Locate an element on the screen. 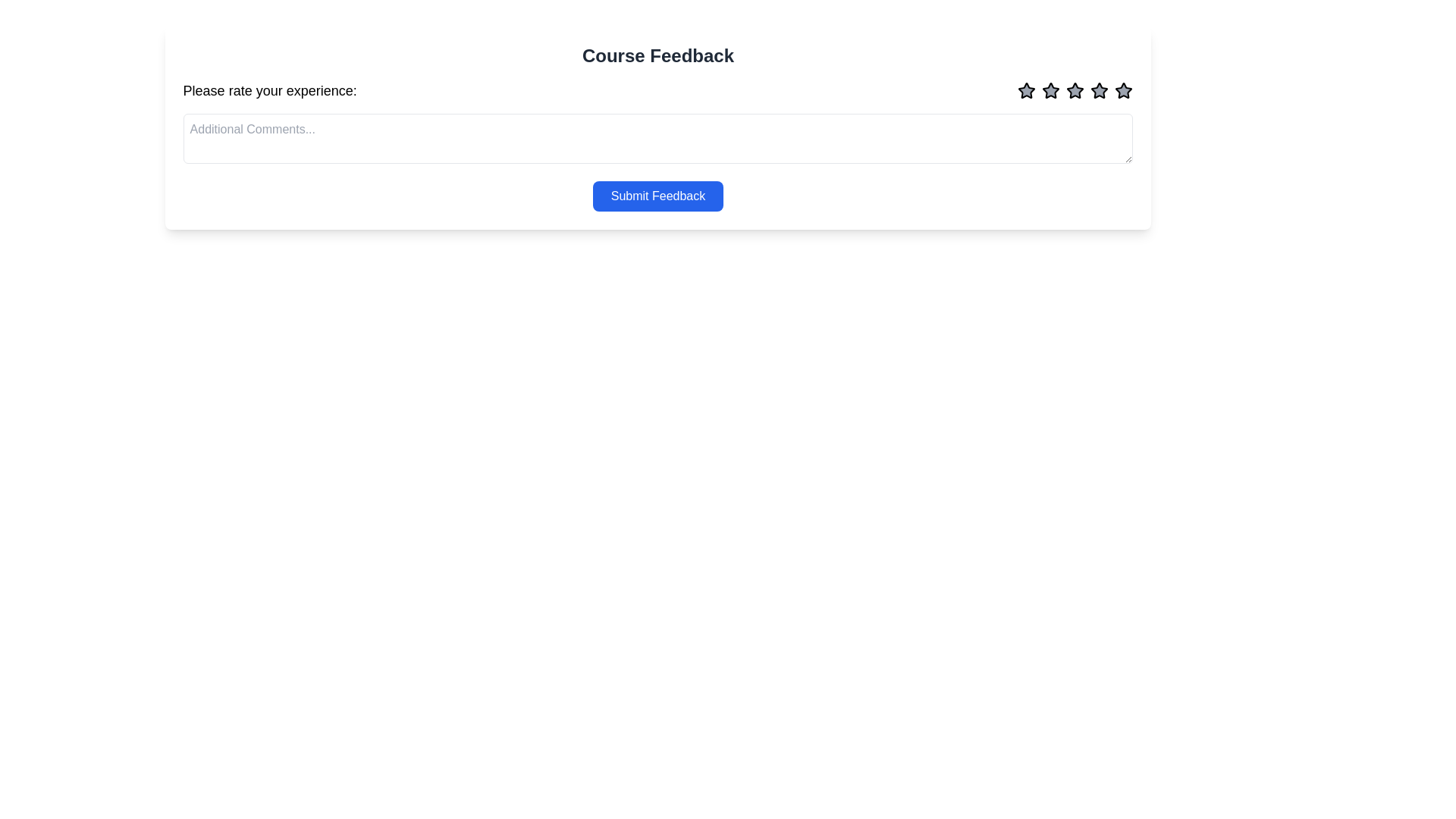  the fourth star in the horizontal group of six stars to rate the item or service is located at coordinates (1075, 90).